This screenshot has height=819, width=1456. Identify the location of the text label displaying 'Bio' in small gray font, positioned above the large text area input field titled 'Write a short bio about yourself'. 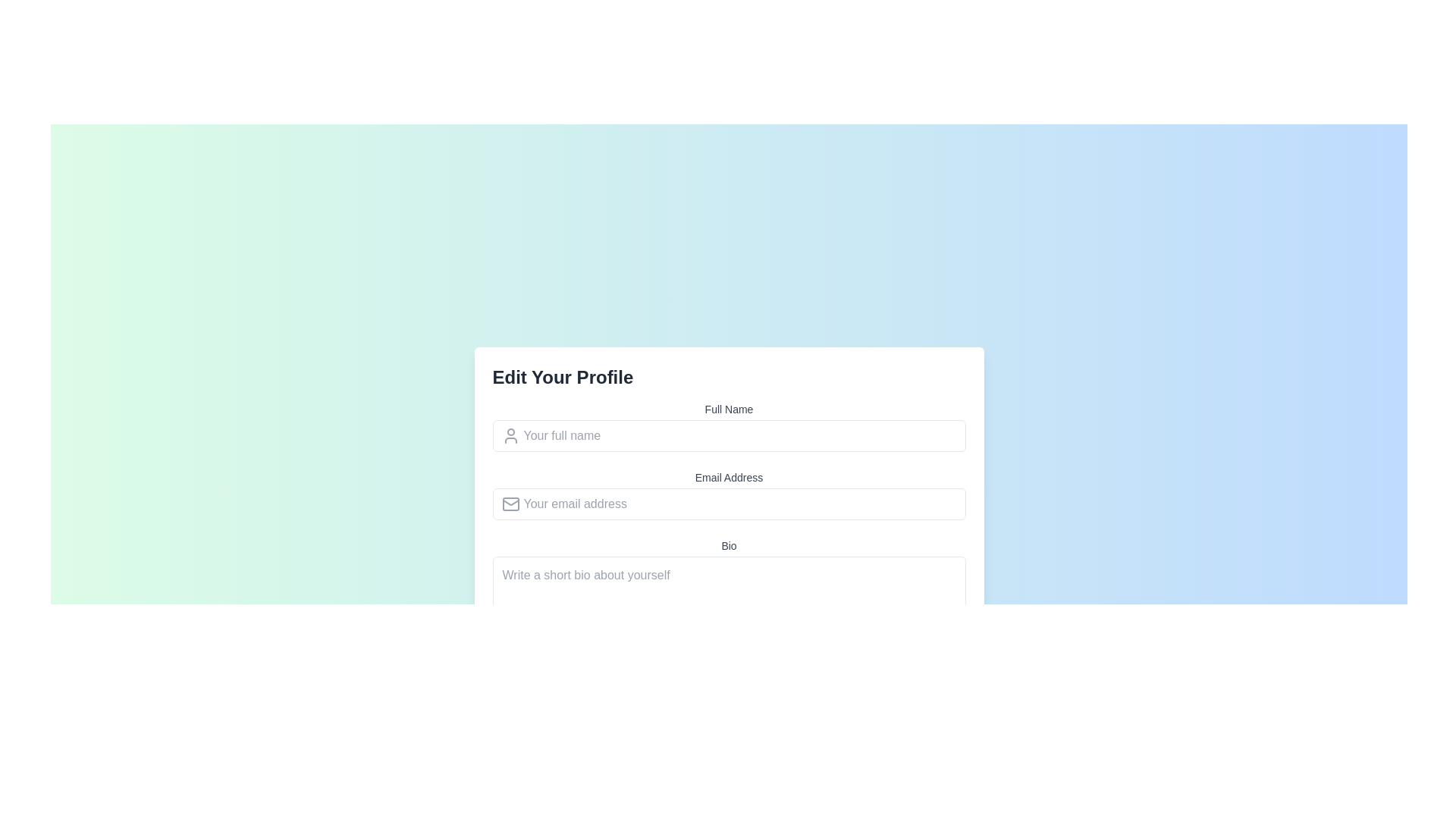
(729, 544).